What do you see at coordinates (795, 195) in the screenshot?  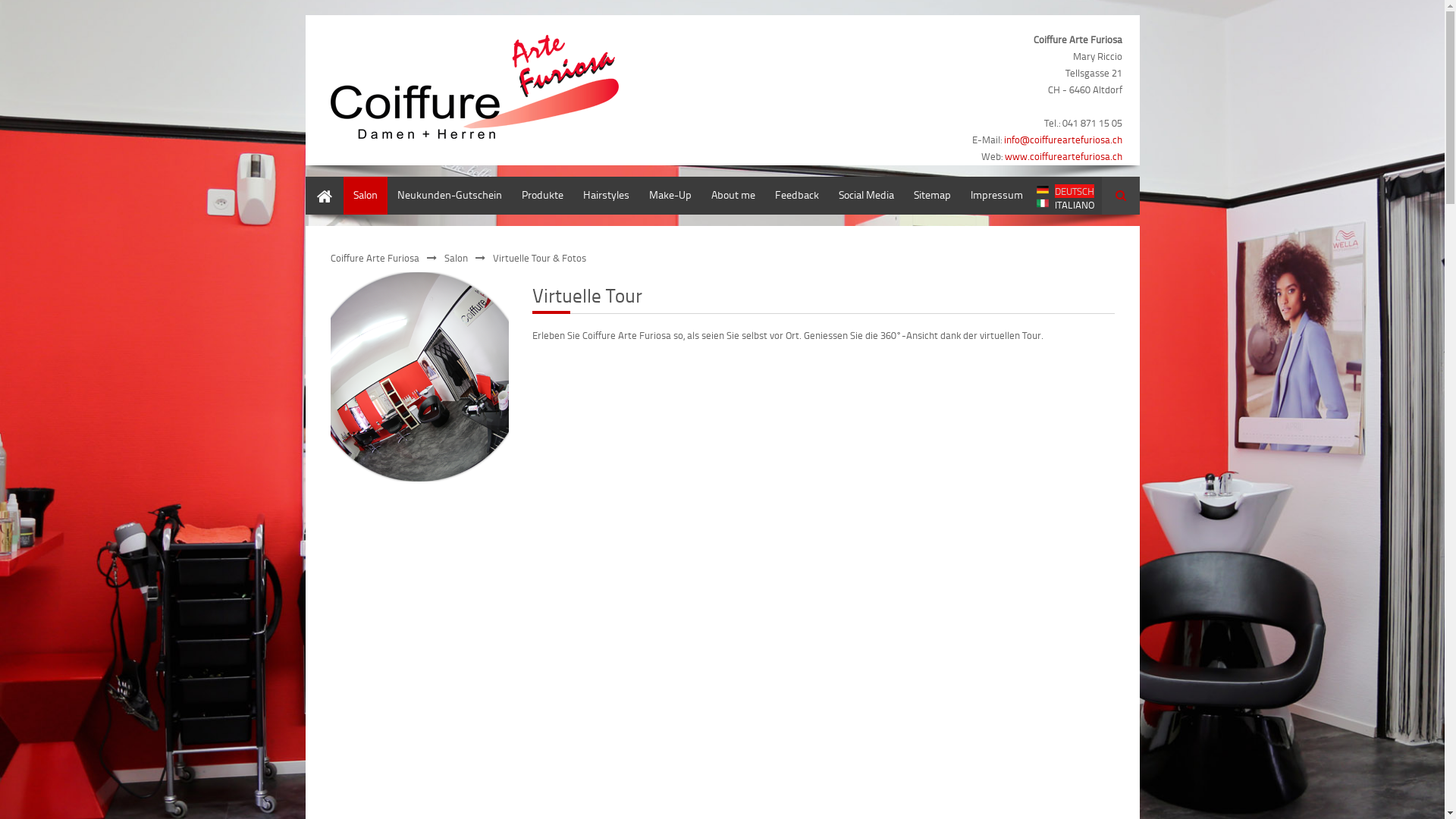 I see `'Feedback'` at bounding box center [795, 195].